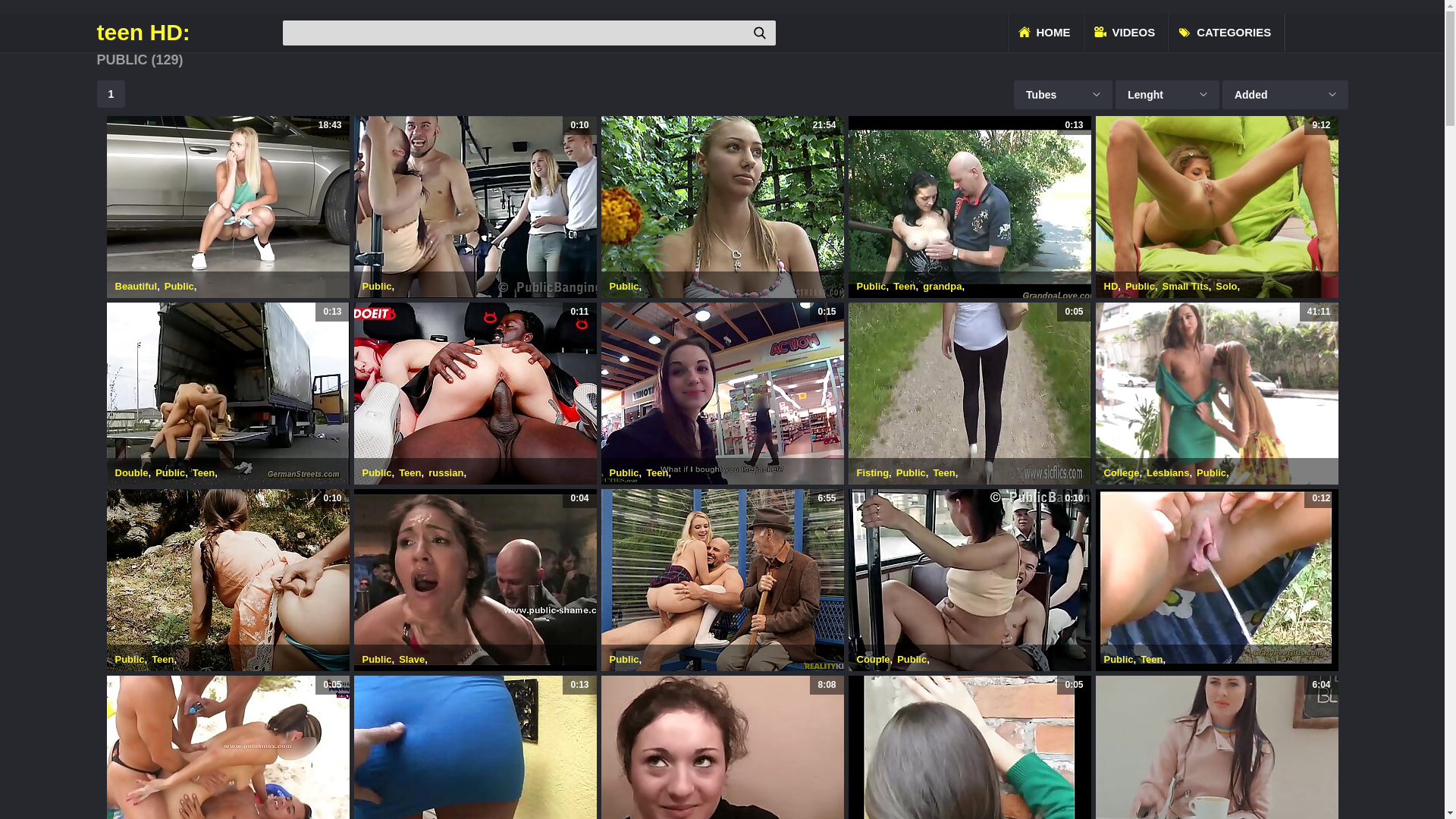 Image resolution: width=1456 pixels, height=819 pixels. I want to click on 'VIDEOS', so click(1126, 32).